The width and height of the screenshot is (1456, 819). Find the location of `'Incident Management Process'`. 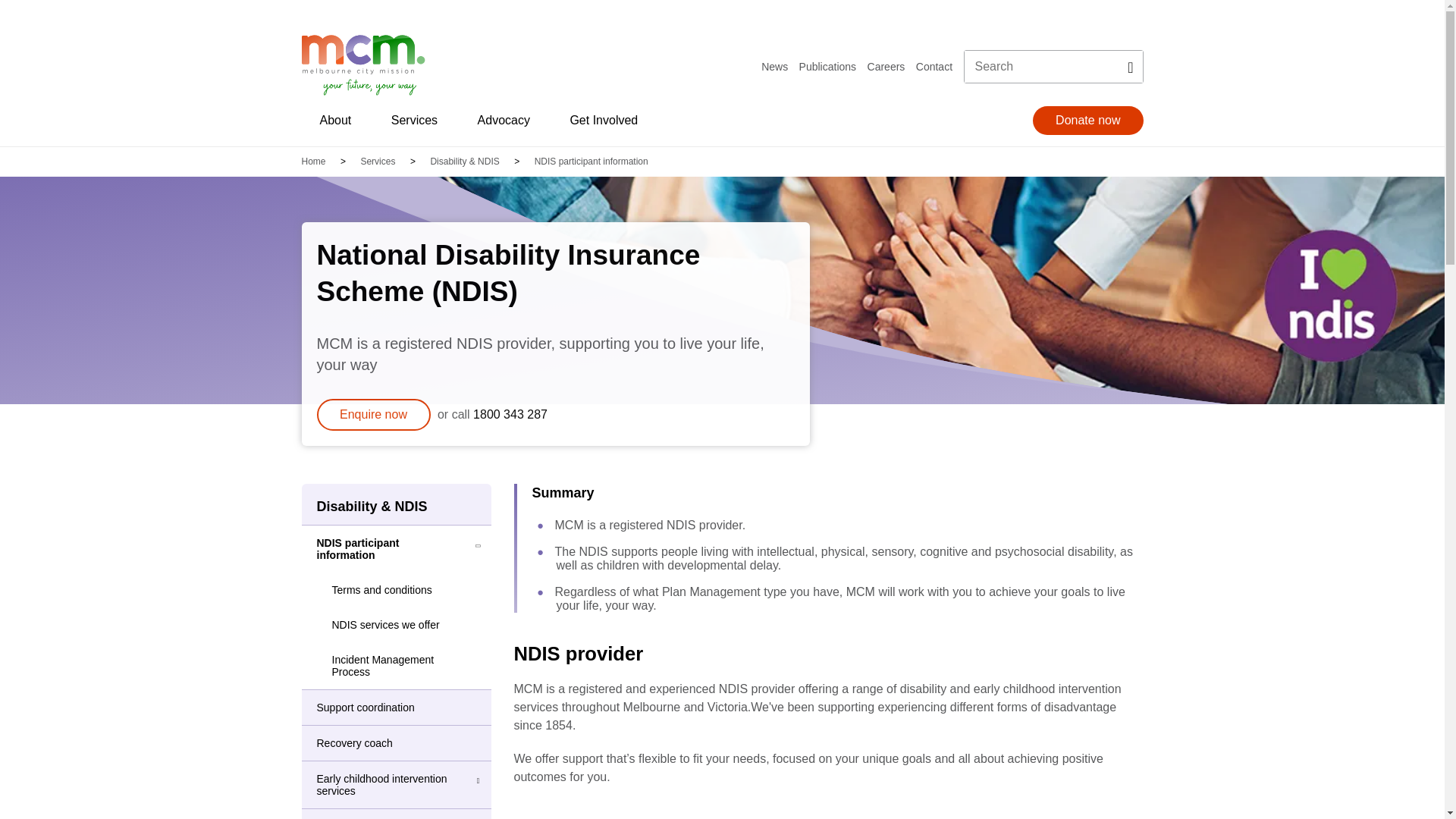

'Incident Management Process' is located at coordinates (397, 665).